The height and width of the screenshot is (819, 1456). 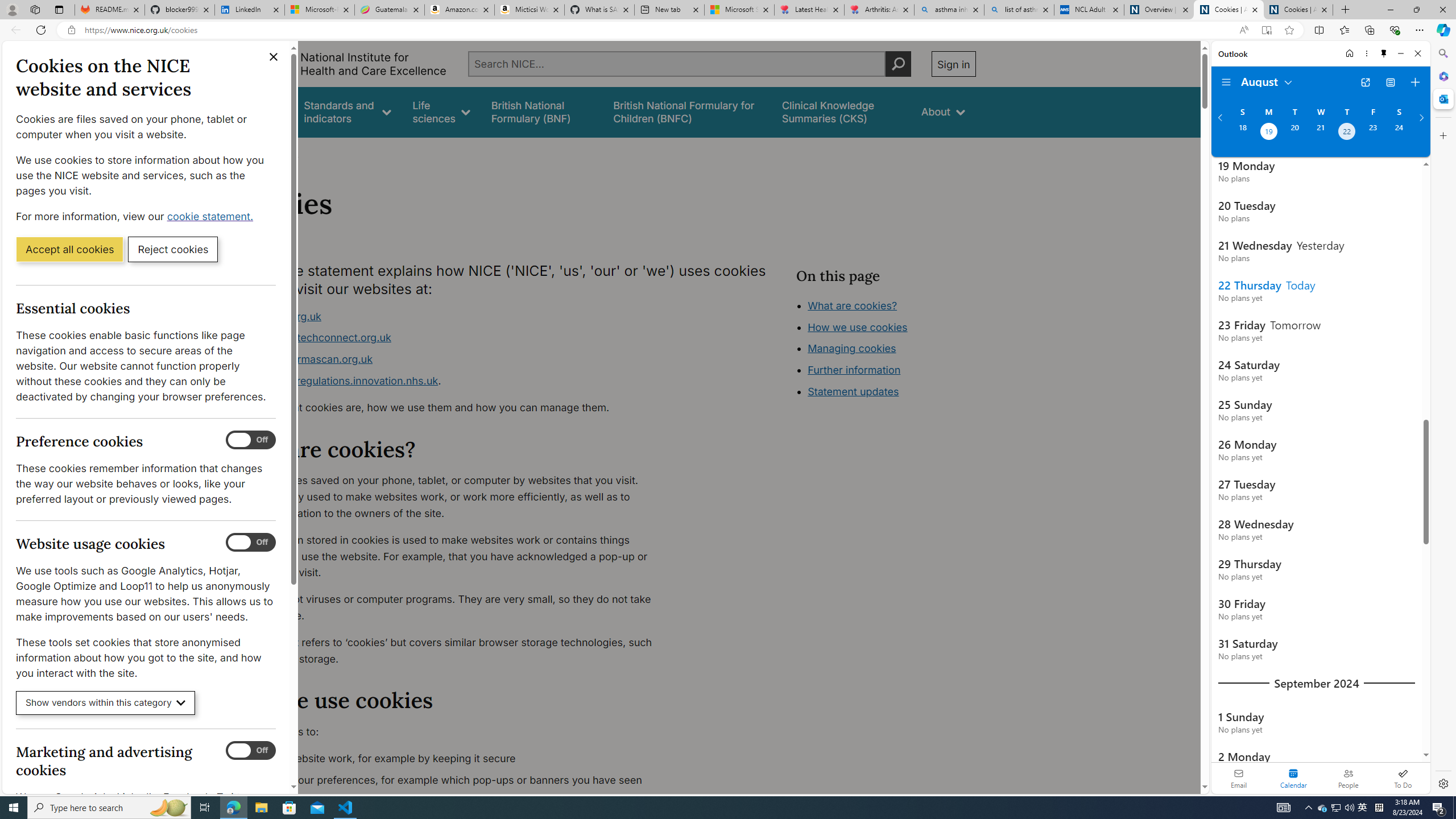 I want to click on 'Close cookie banner', so click(x=274, y=56).